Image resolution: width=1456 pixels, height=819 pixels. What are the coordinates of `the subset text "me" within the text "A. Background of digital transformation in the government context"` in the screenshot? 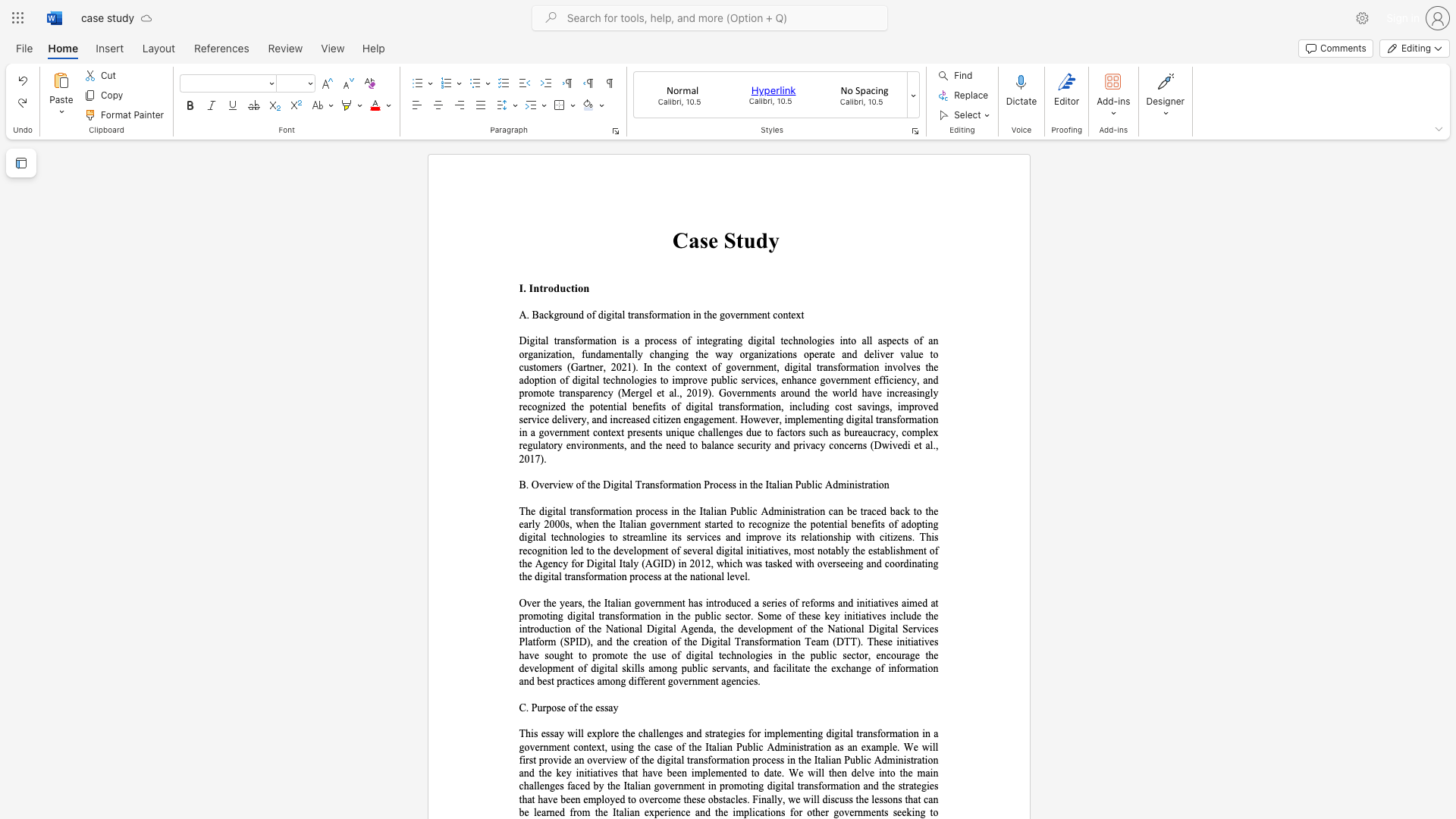 It's located at (748, 314).